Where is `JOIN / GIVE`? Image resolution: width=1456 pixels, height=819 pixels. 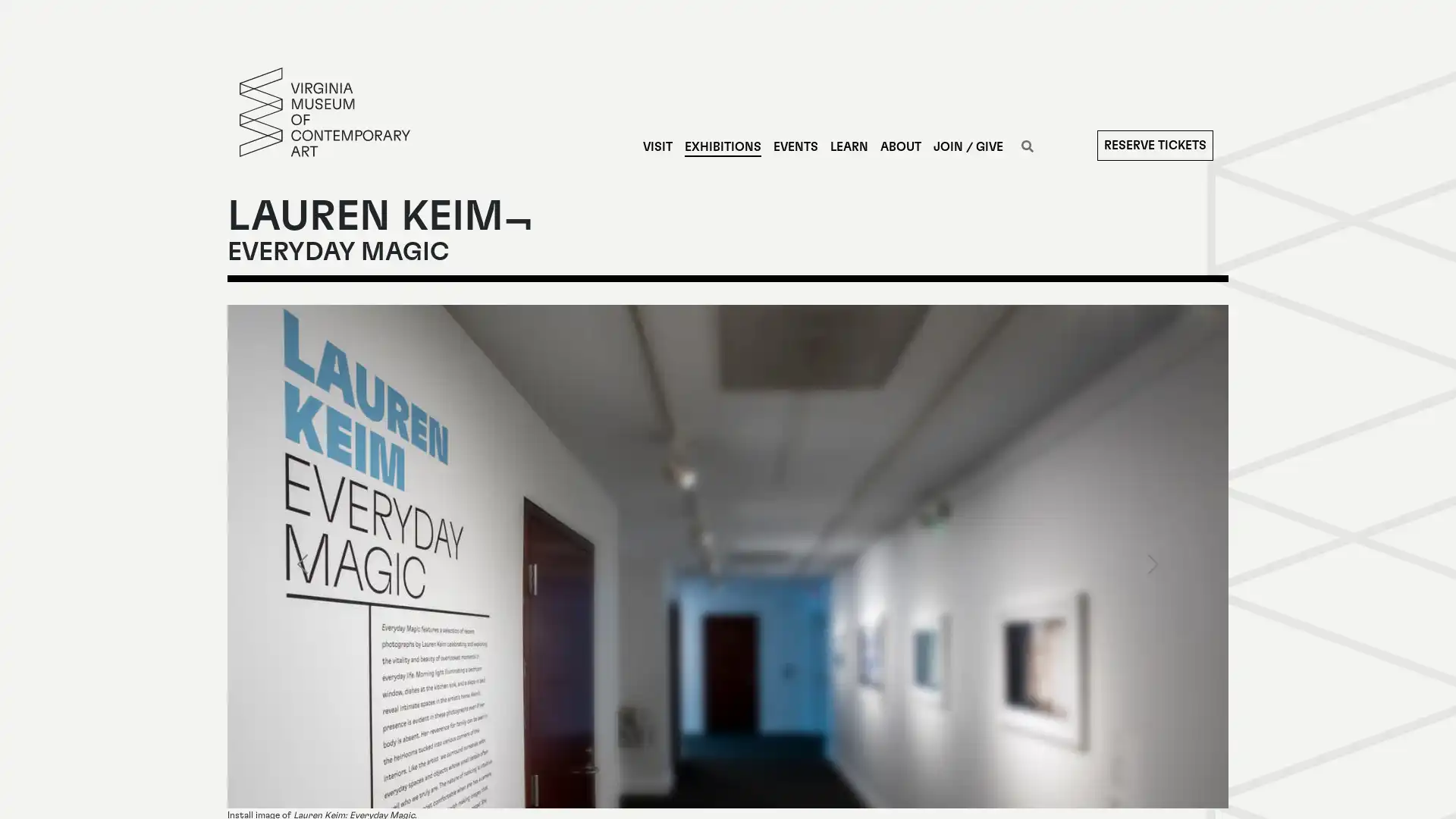
JOIN / GIVE is located at coordinates (967, 146).